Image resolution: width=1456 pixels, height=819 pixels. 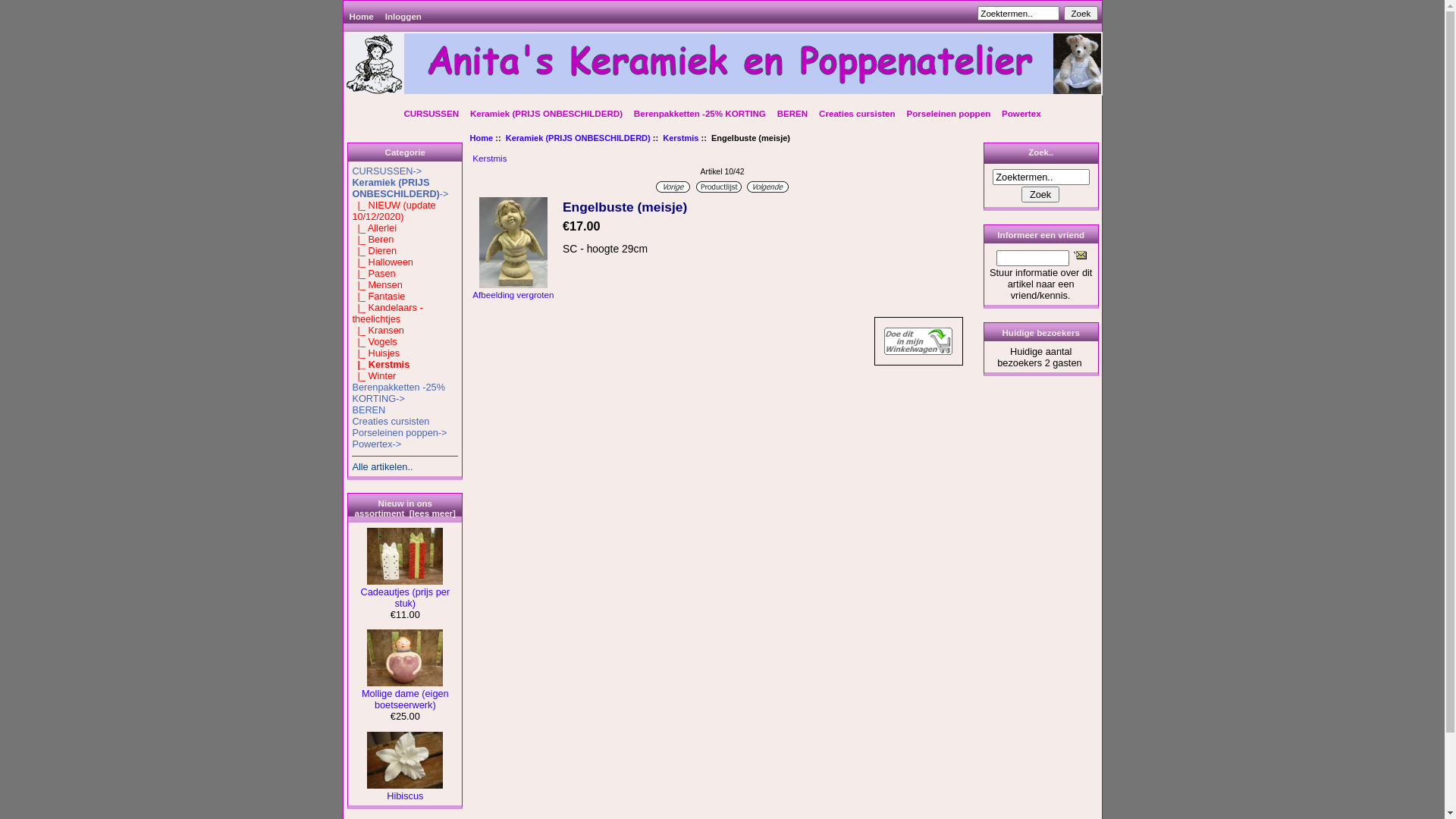 I want to click on 'Keramiek (PRIJS ONBESCHILDERD)', so click(x=546, y=112).